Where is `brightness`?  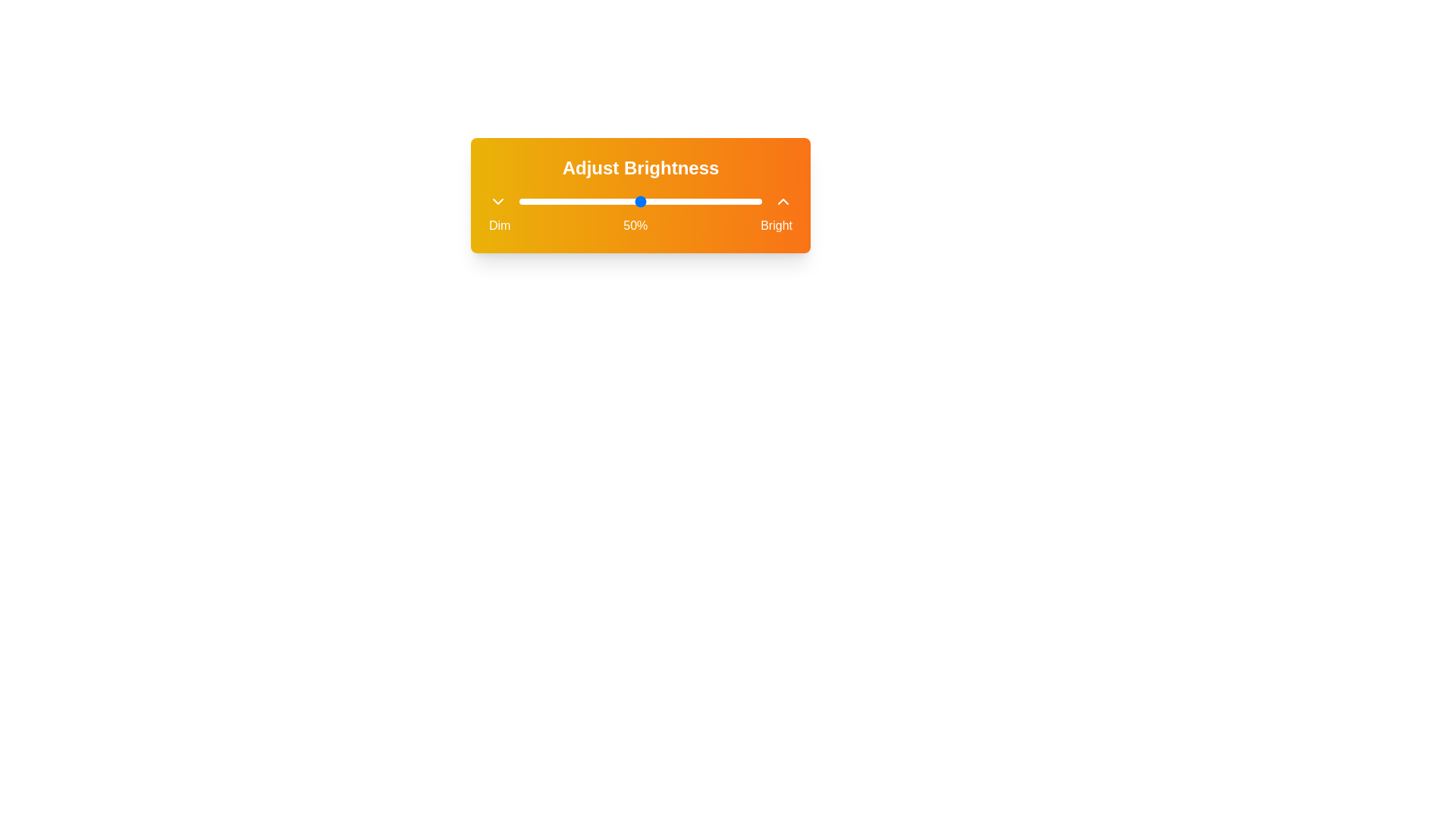
brightness is located at coordinates (662, 201).